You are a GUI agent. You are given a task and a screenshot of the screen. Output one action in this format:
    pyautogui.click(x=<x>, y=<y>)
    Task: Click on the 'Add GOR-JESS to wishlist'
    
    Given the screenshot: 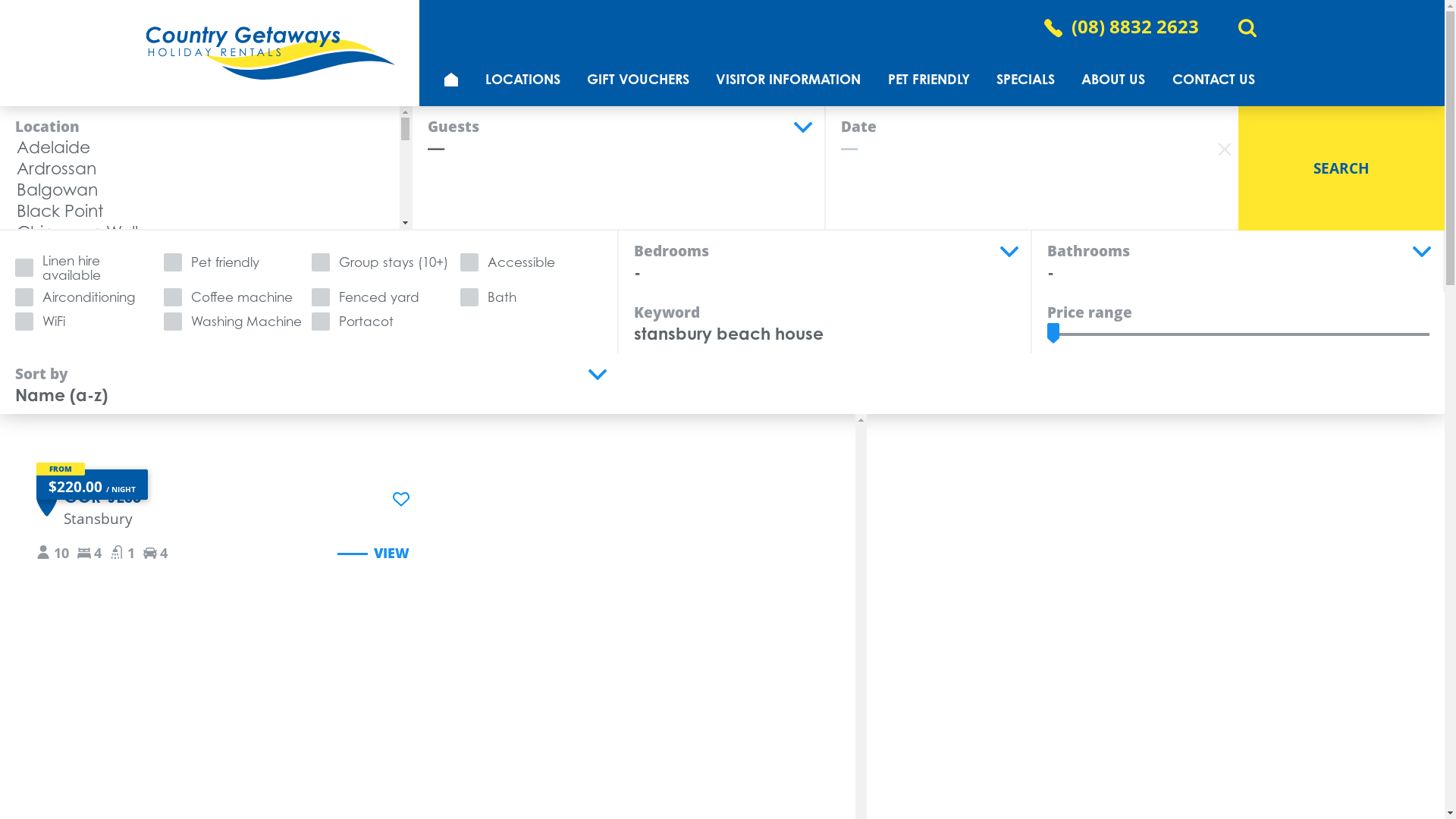 What is the action you would take?
    pyautogui.click(x=400, y=498)
    